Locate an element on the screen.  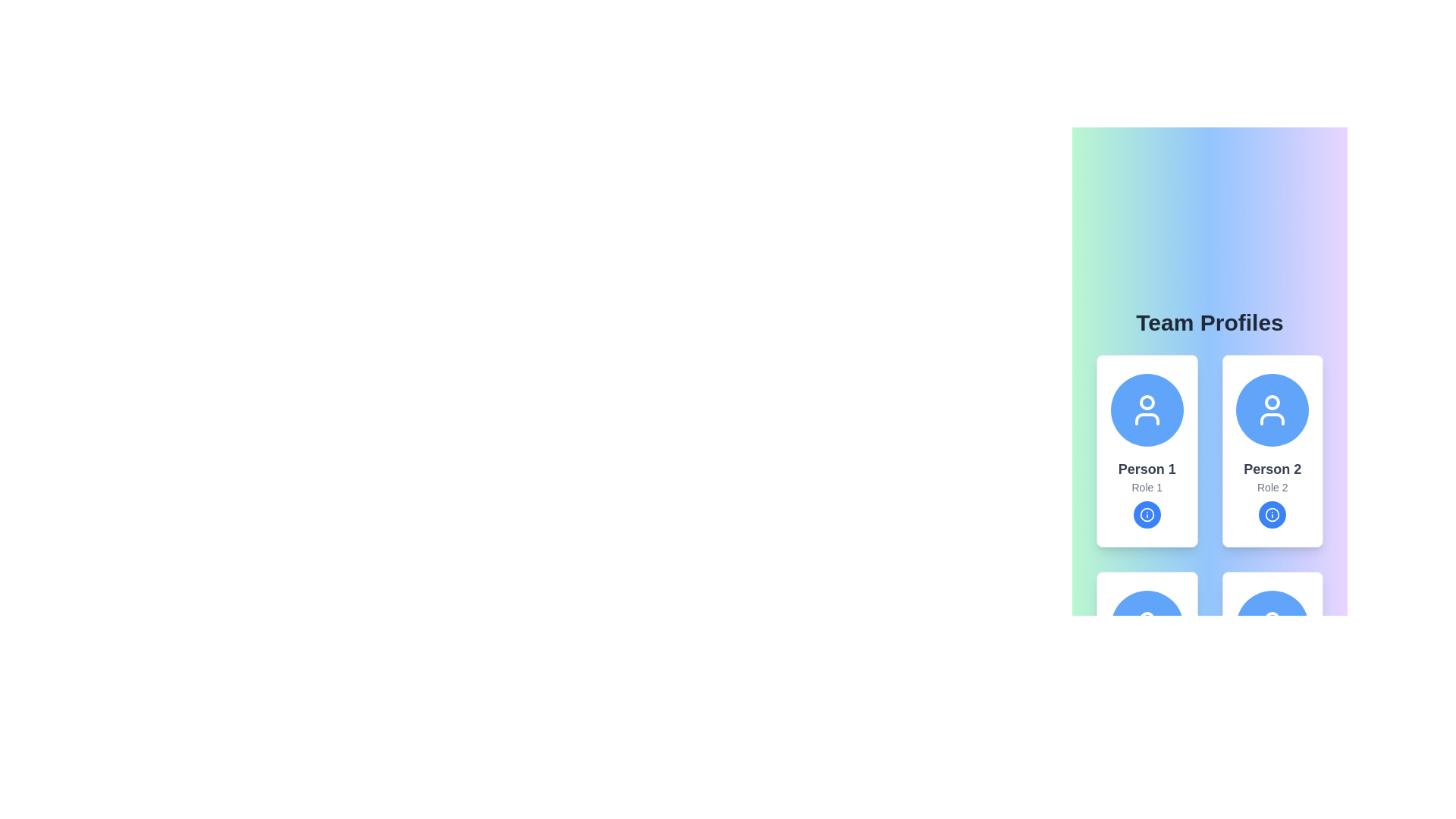
the small circular shape representing the head in the user profile icon located in the upper-right card under the 'Team Profiles' header is located at coordinates (1272, 402).